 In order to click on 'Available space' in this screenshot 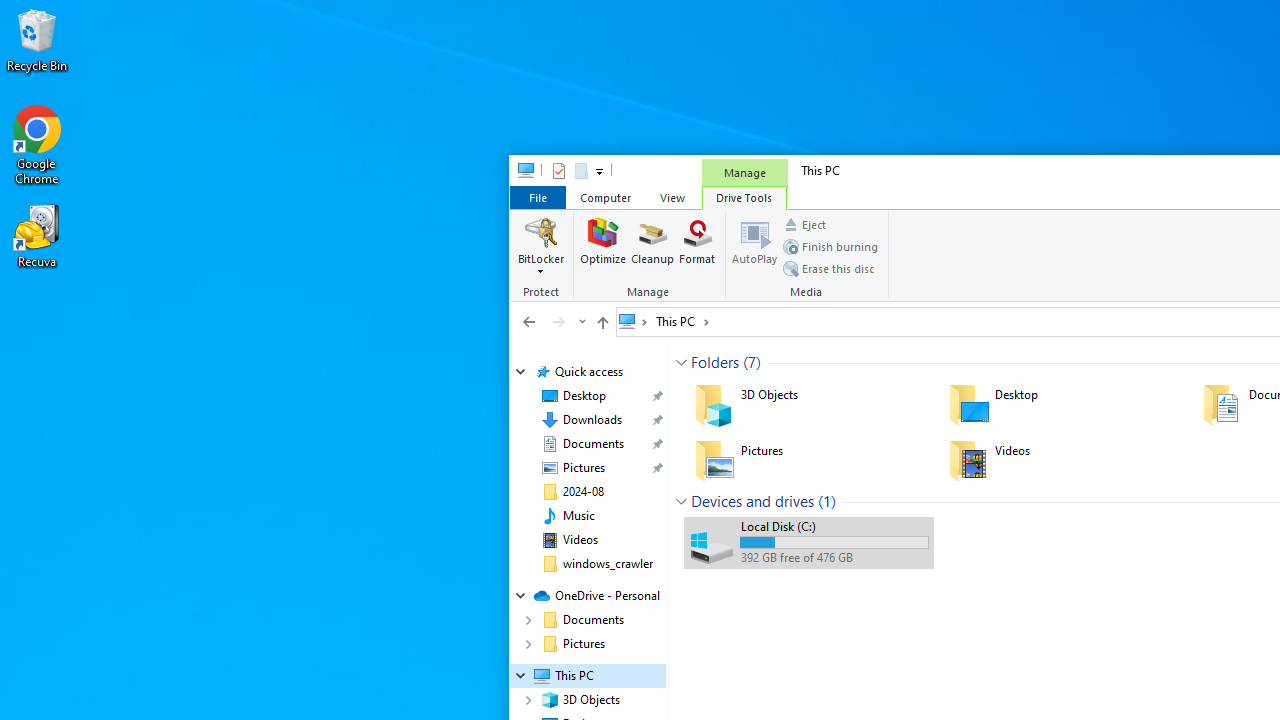, I will do `click(834, 558)`.